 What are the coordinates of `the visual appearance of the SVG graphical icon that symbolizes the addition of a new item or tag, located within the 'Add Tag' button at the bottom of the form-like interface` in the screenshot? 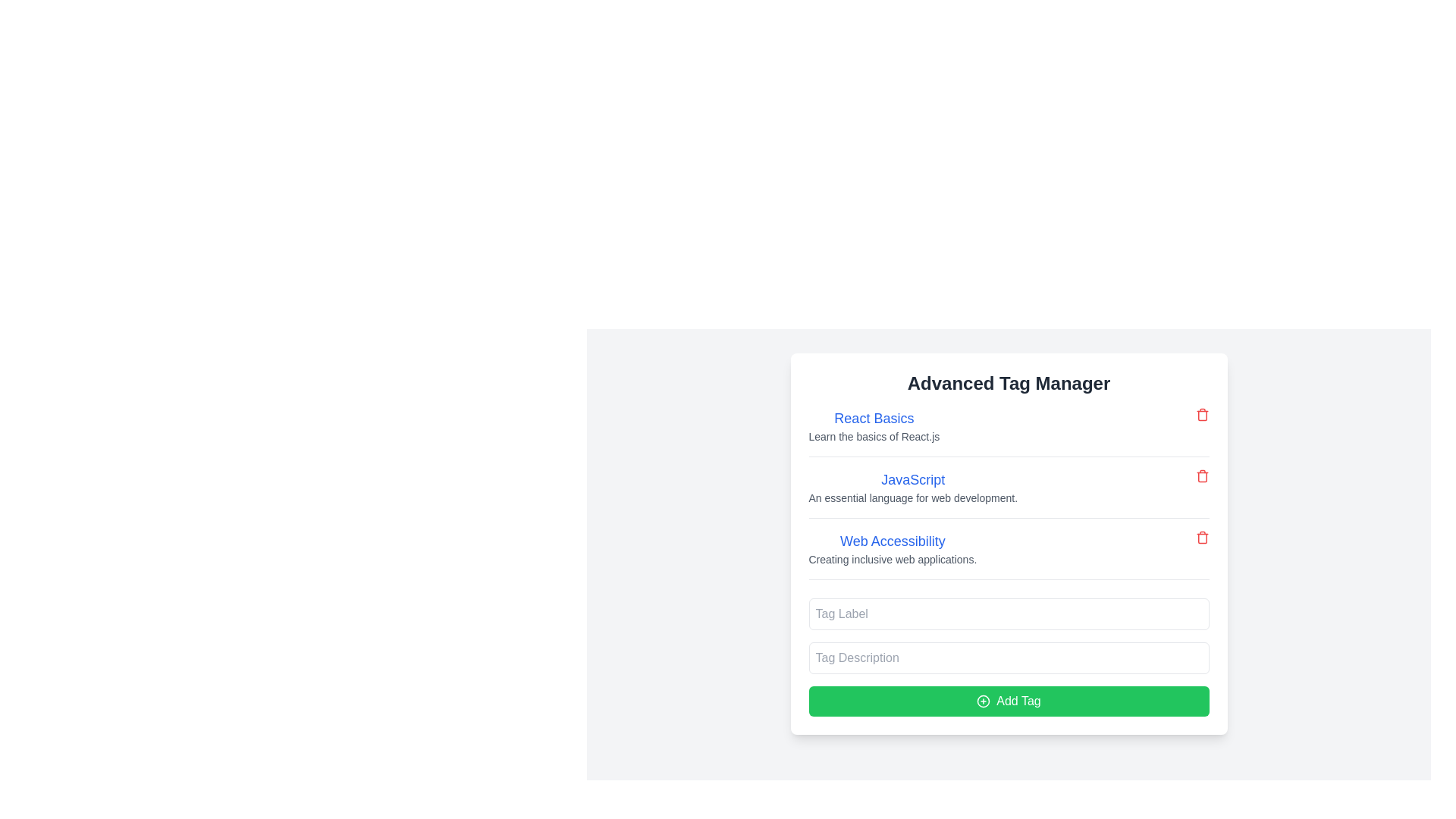 It's located at (984, 701).